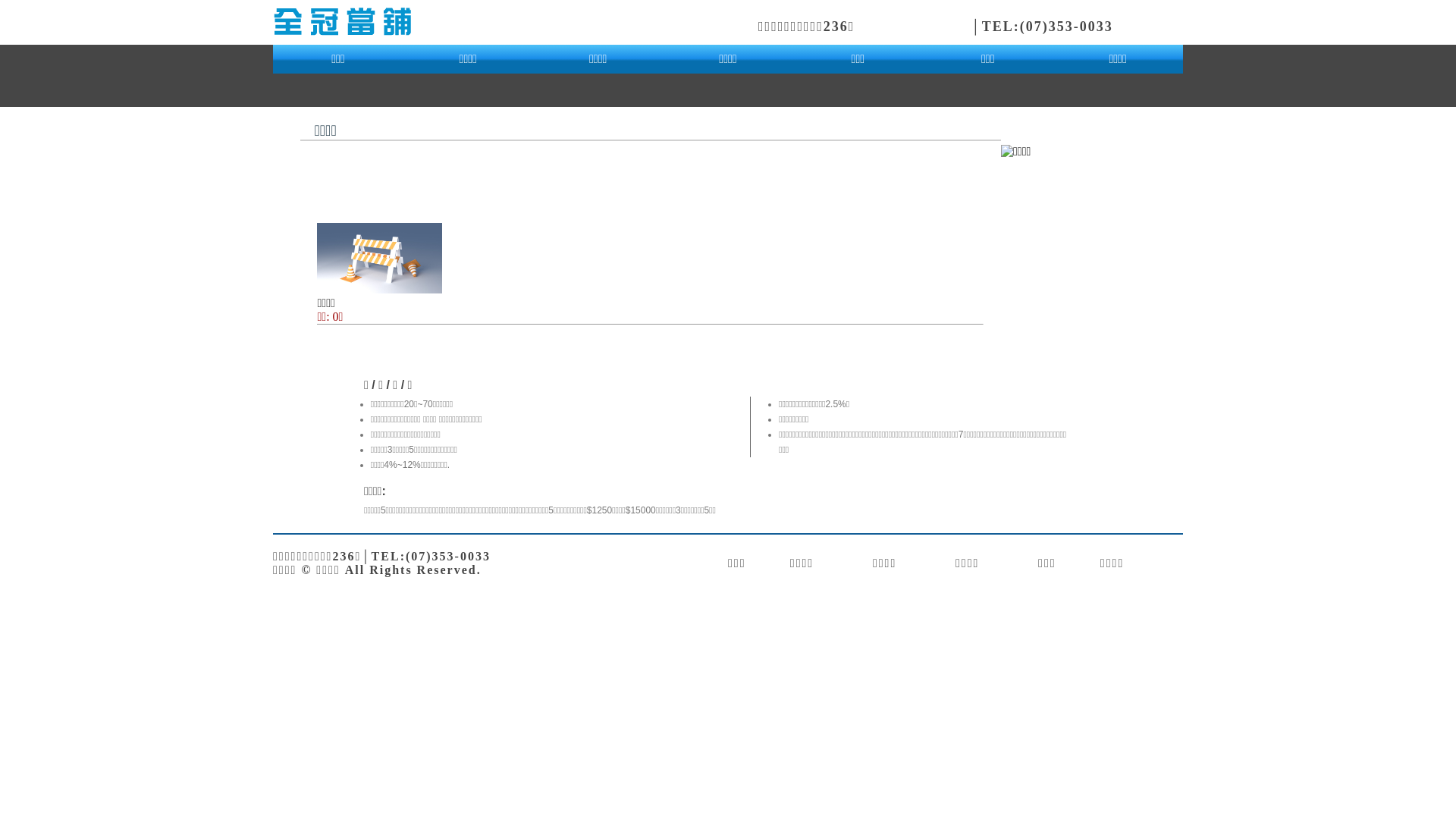  What do you see at coordinates (1046, 26) in the screenshot?
I see `'TEL:(07)353-0033'` at bounding box center [1046, 26].